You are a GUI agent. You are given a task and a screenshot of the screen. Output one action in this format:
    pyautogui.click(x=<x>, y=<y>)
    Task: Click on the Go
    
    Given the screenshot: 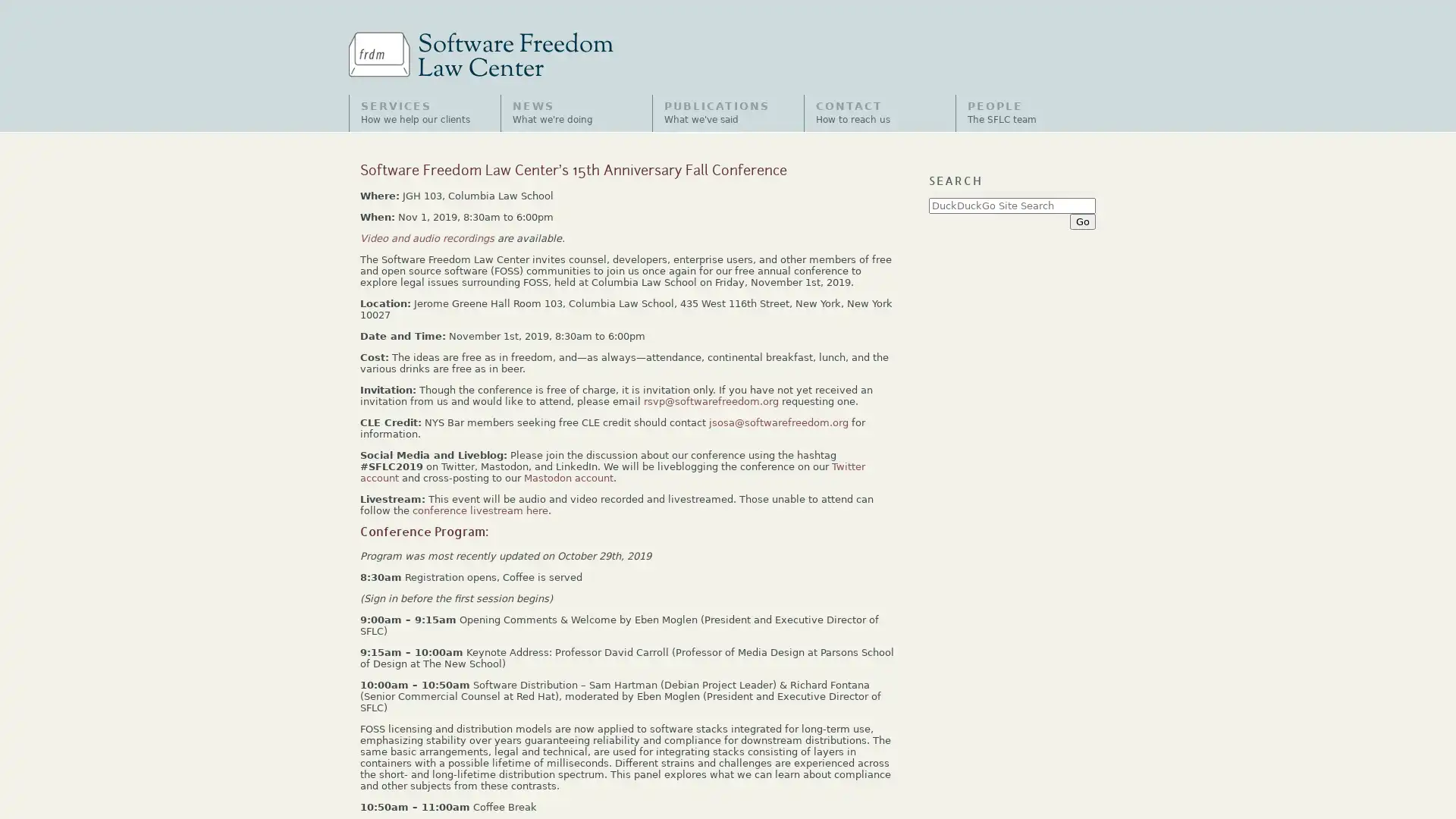 What is the action you would take?
    pyautogui.click(x=1081, y=221)
    